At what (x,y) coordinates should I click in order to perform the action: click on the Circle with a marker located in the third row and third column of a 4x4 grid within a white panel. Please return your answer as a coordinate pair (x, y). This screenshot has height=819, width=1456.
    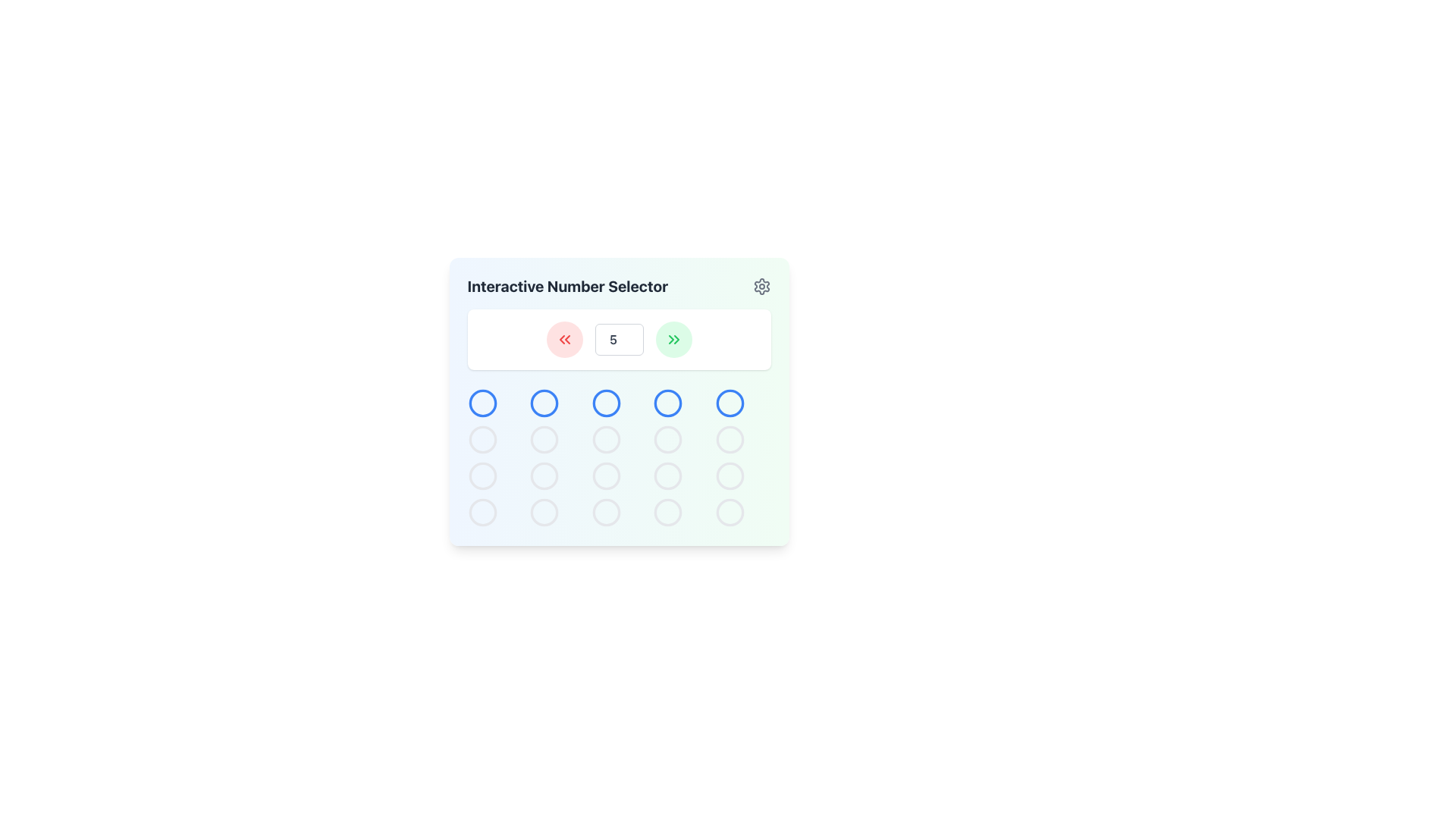
    Looking at the image, I should click on (605, 403).